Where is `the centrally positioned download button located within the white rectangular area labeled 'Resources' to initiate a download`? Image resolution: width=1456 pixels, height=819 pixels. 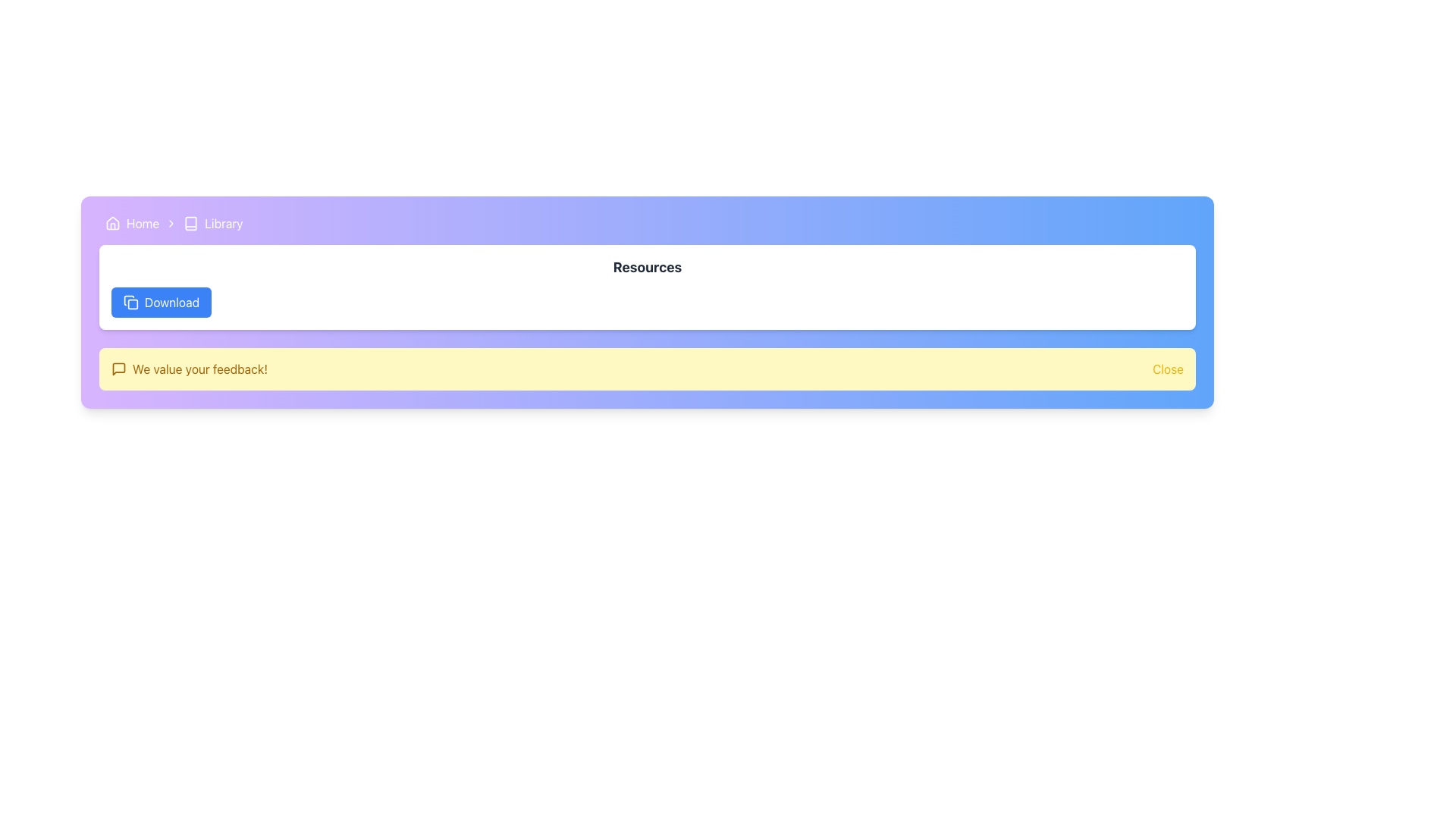 the centrally positioned download button located within the white rectangular area labeled 'Resources' to initiate a download is located at coordinates (162, 302).